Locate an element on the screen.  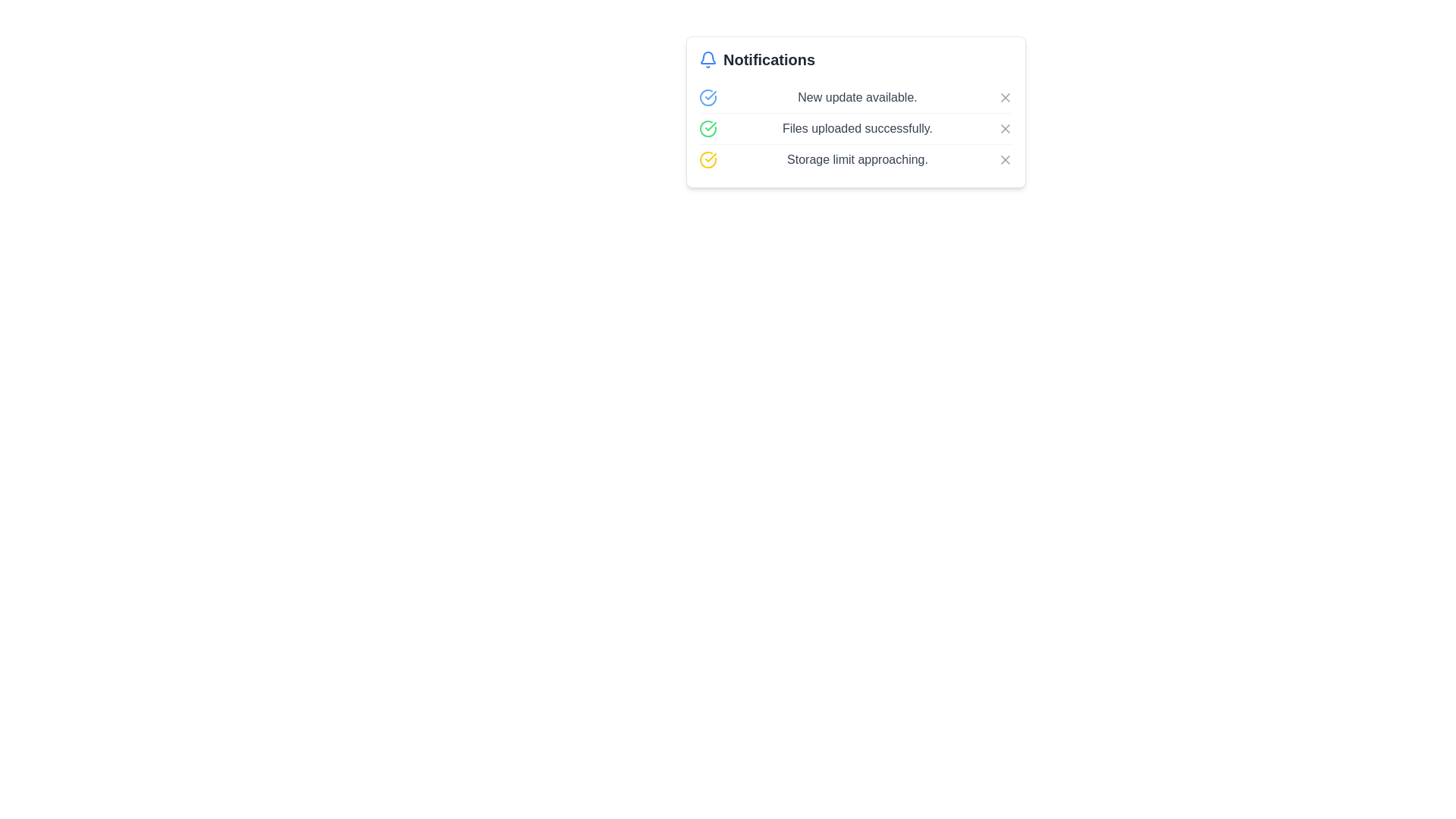
the circular icon with a yellow border and a white interior containing a checkmark shape, located in the third row of the notification list, leftmost in the row adjacent to the text 'Storage limit approaching' is located at coordinates (708, 160).